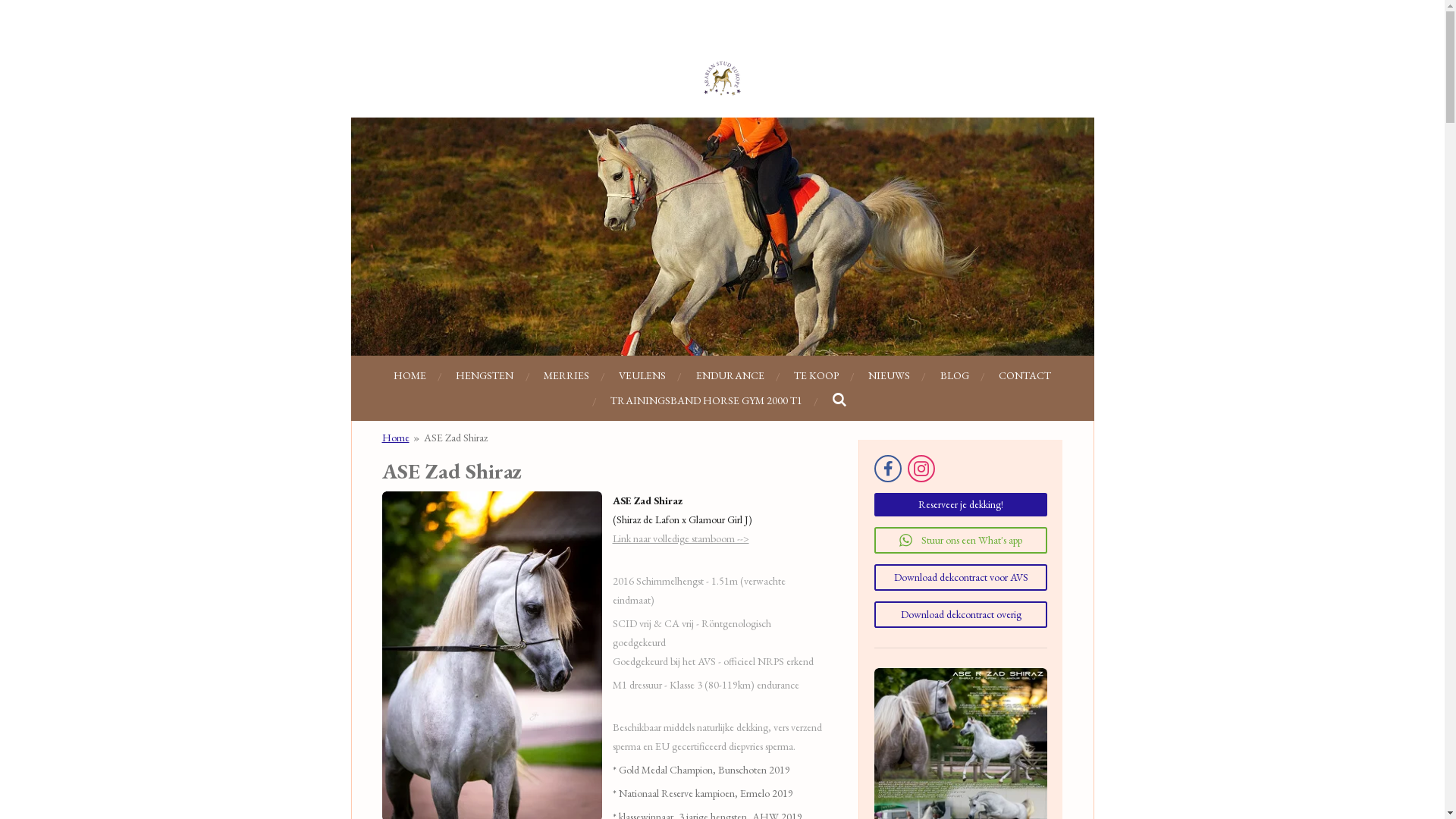  What do you see at coordinates (839, 400) in the screenshot?
I see `'Zoeken'` at bounding box center [839, 400].